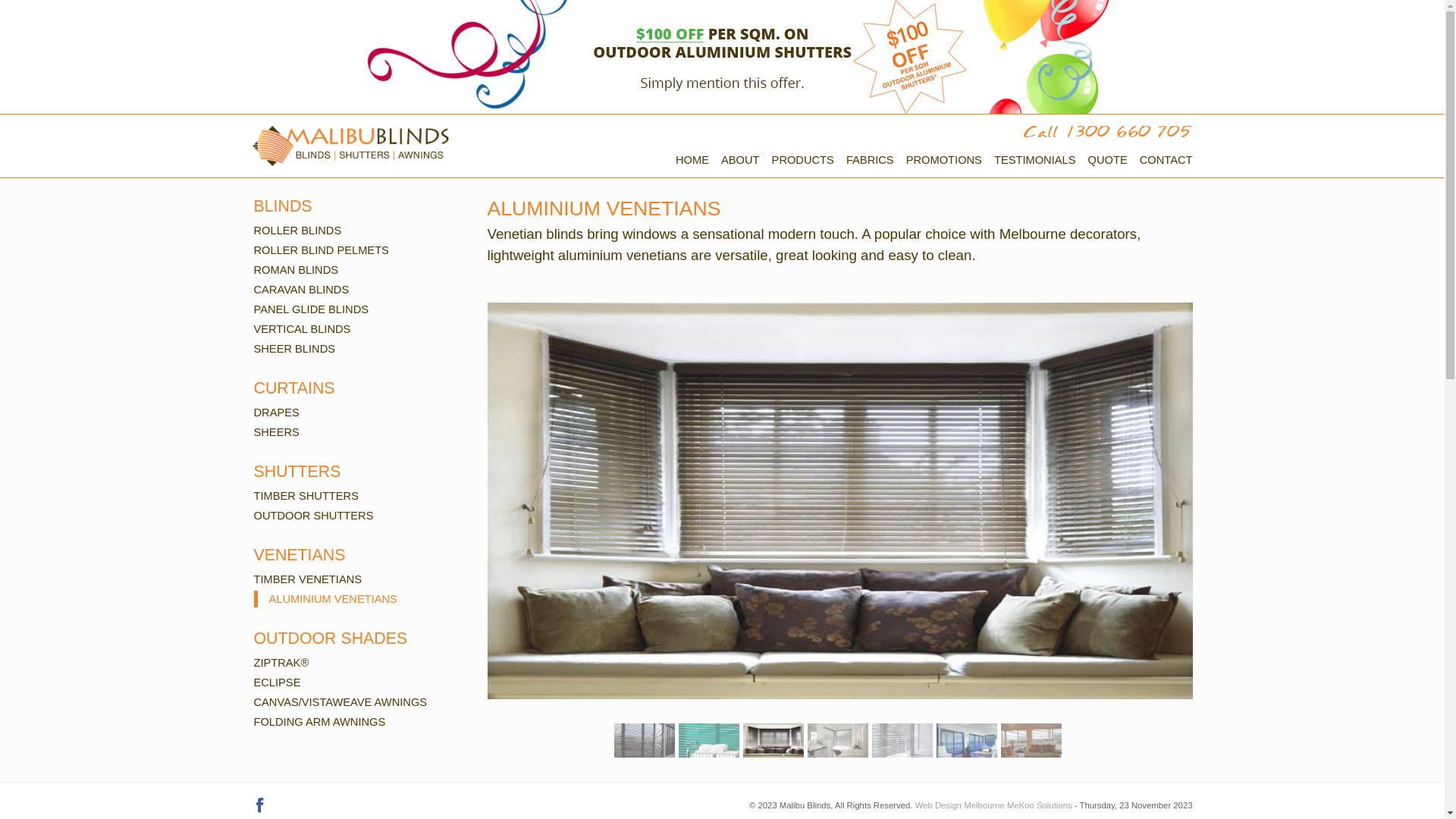  I want to click on 'PROMOTIONS', so click(943, 160).